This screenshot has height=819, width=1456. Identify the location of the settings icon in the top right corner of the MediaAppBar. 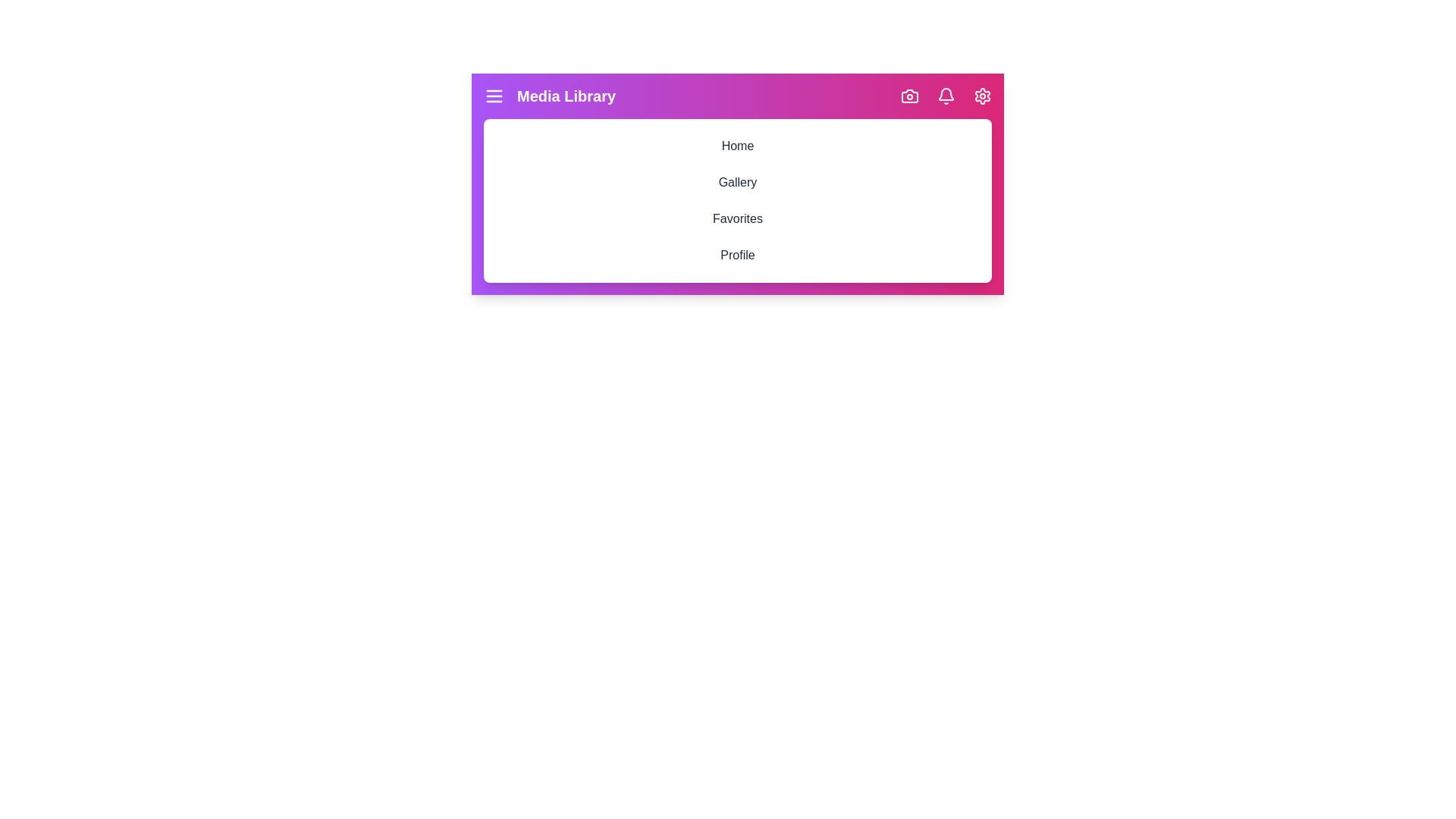
(983, 96).